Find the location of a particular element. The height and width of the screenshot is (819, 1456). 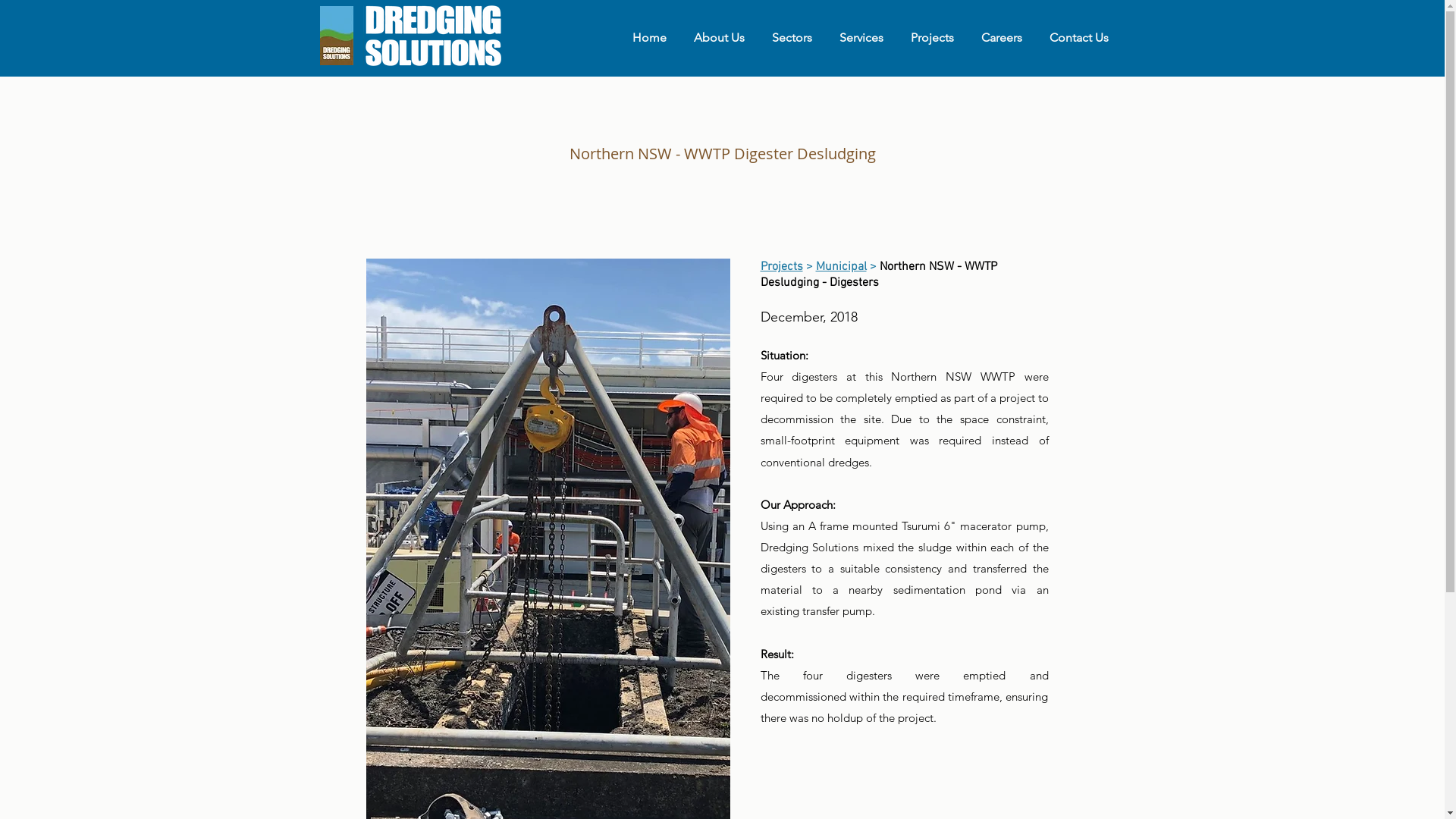

'Contact Us' is located at coordinates (1040, 37).